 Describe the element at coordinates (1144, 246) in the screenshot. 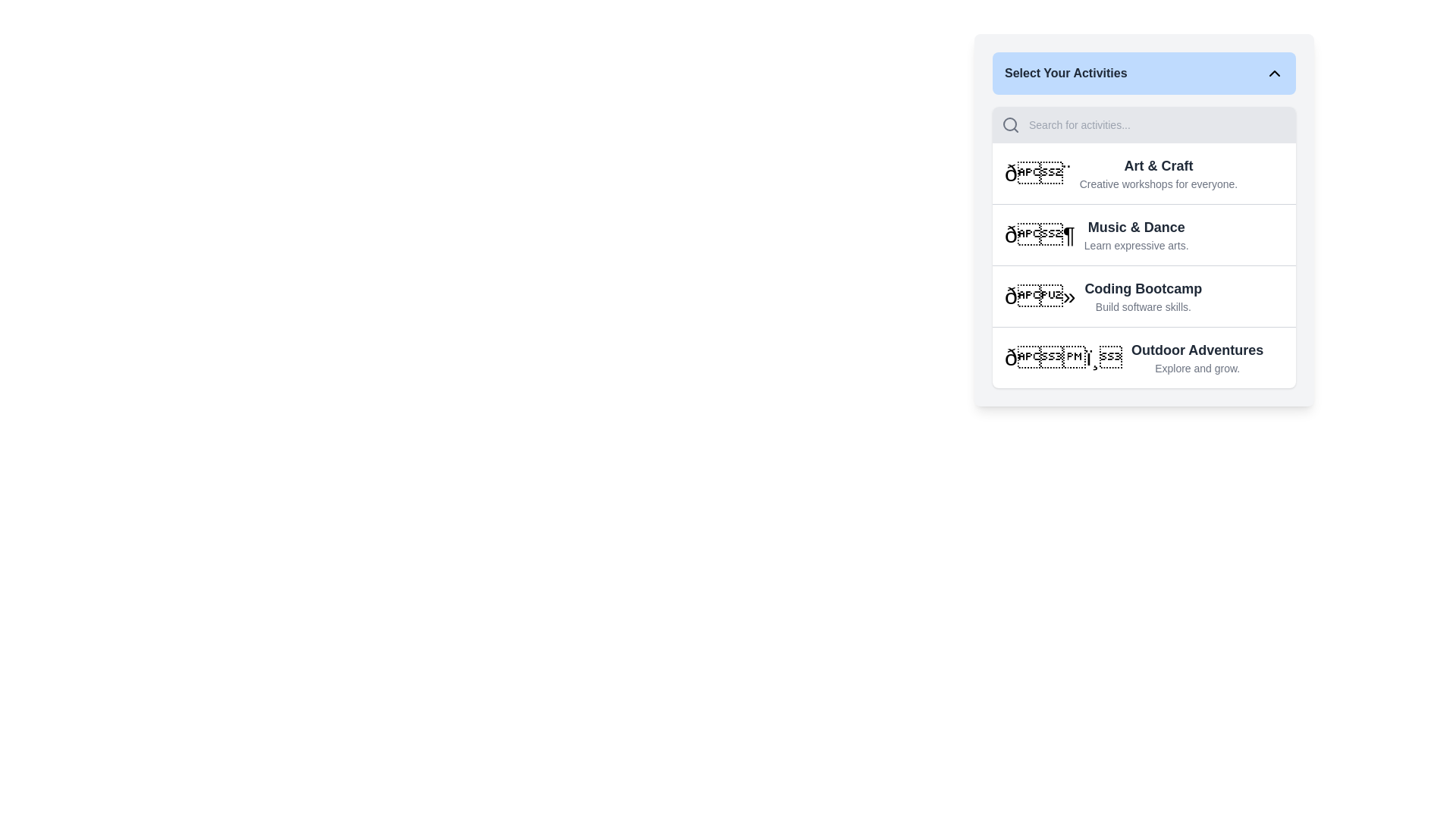

I see `the list or menu that allows users` at that location.